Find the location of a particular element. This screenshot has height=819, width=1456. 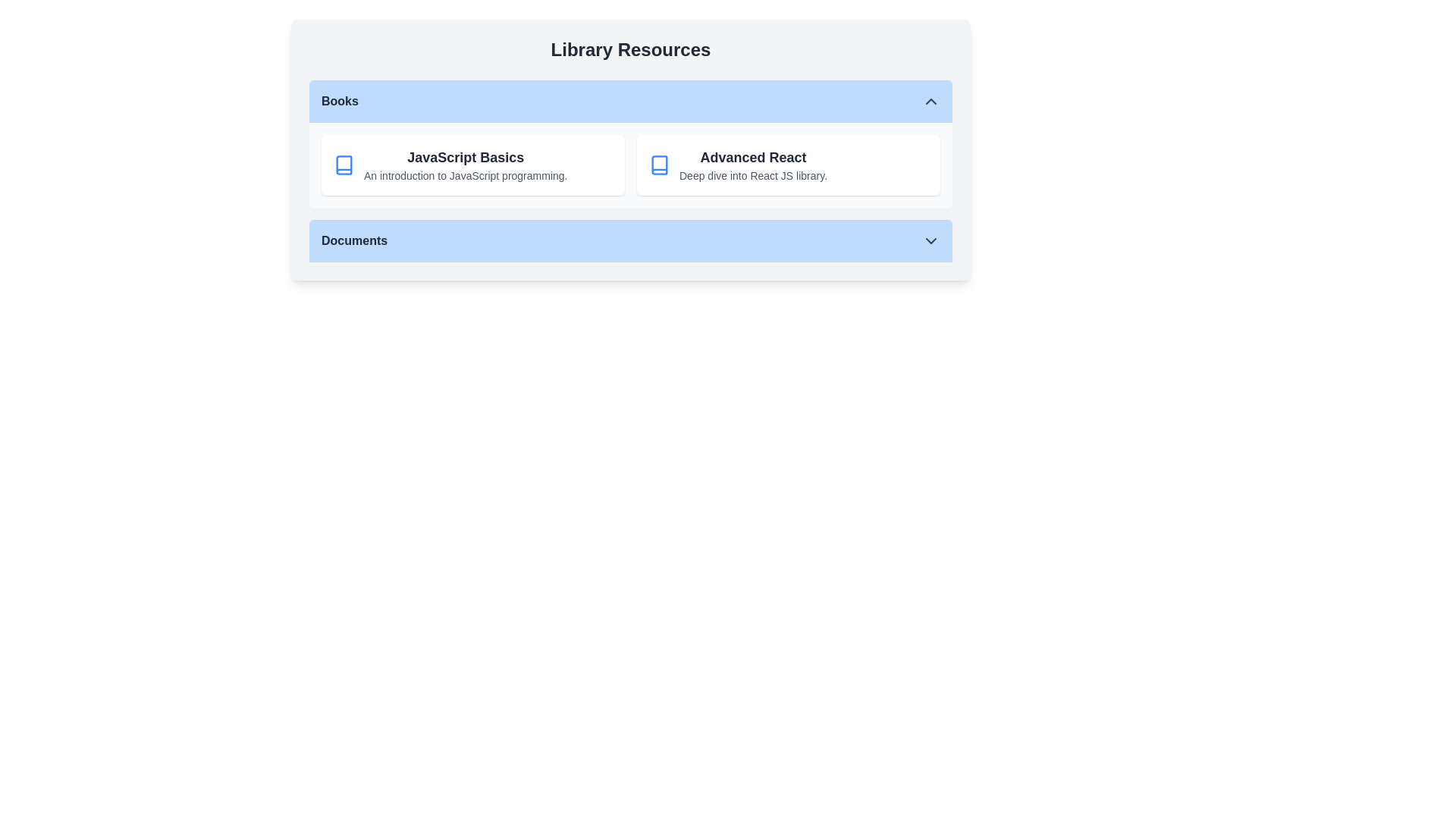

the text element reading 'An introduction to JavaScript programming.' located under the 'JavaScript Basics' title in the 'Books' section is located at coordinates (465, 174).